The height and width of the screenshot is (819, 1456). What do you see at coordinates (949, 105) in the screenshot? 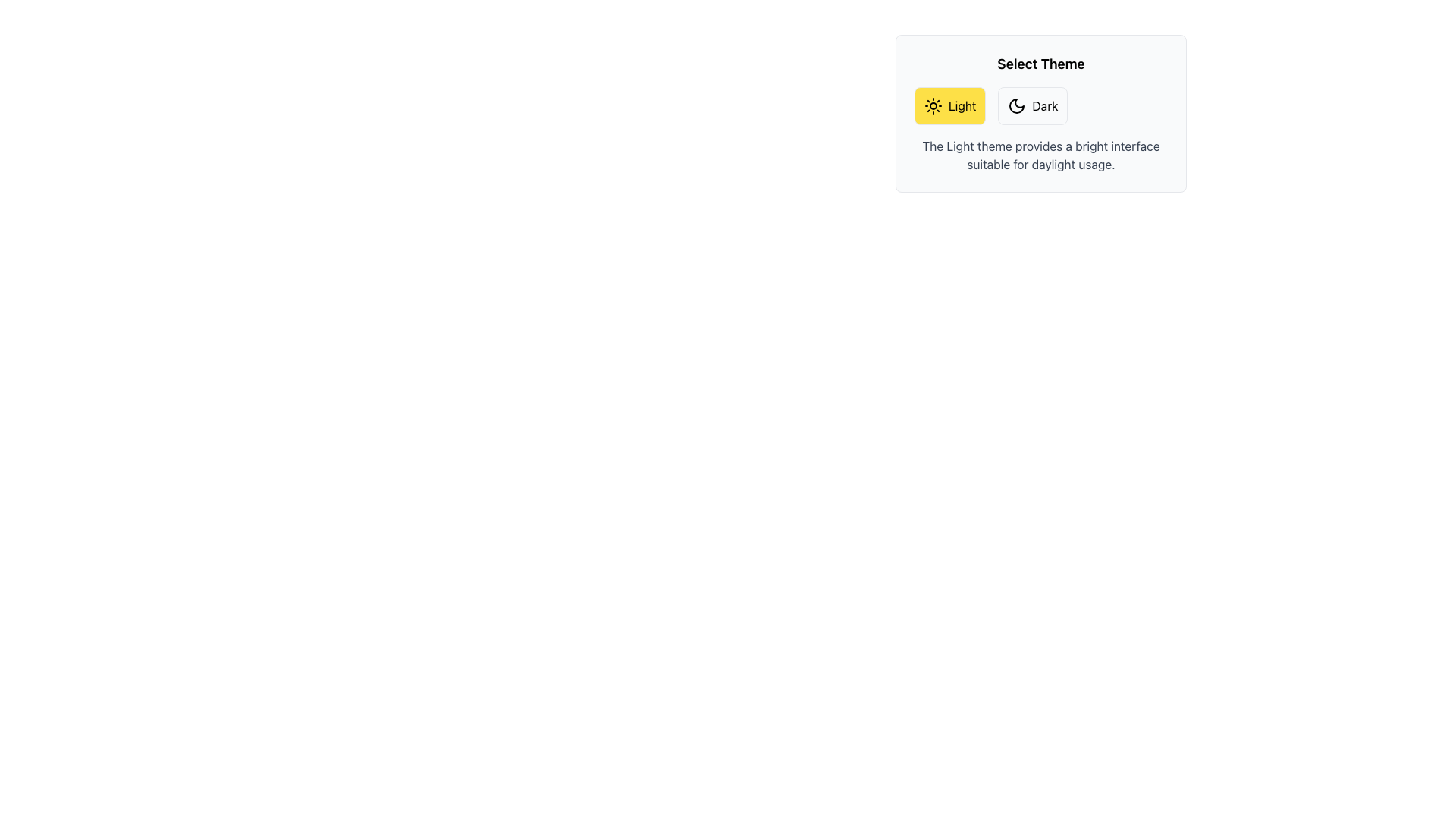
I see `the yellow rectangular button labeled 'Light' with a sun icon` at bounding box center [949, 105].